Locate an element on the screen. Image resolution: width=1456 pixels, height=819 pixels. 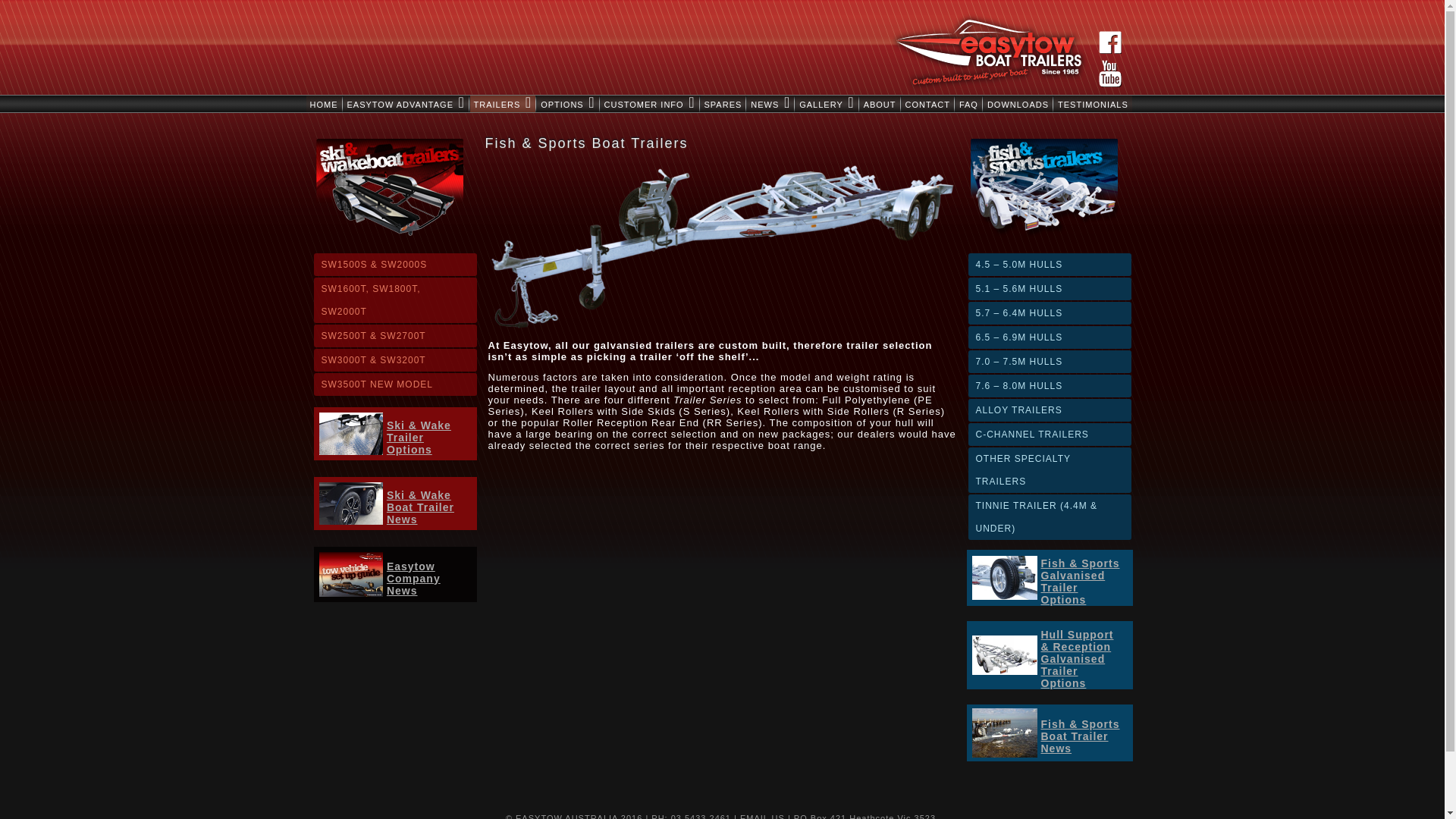
'OTHER SPECIALTY TRAILERS' is located at coordinates (1048, 469).